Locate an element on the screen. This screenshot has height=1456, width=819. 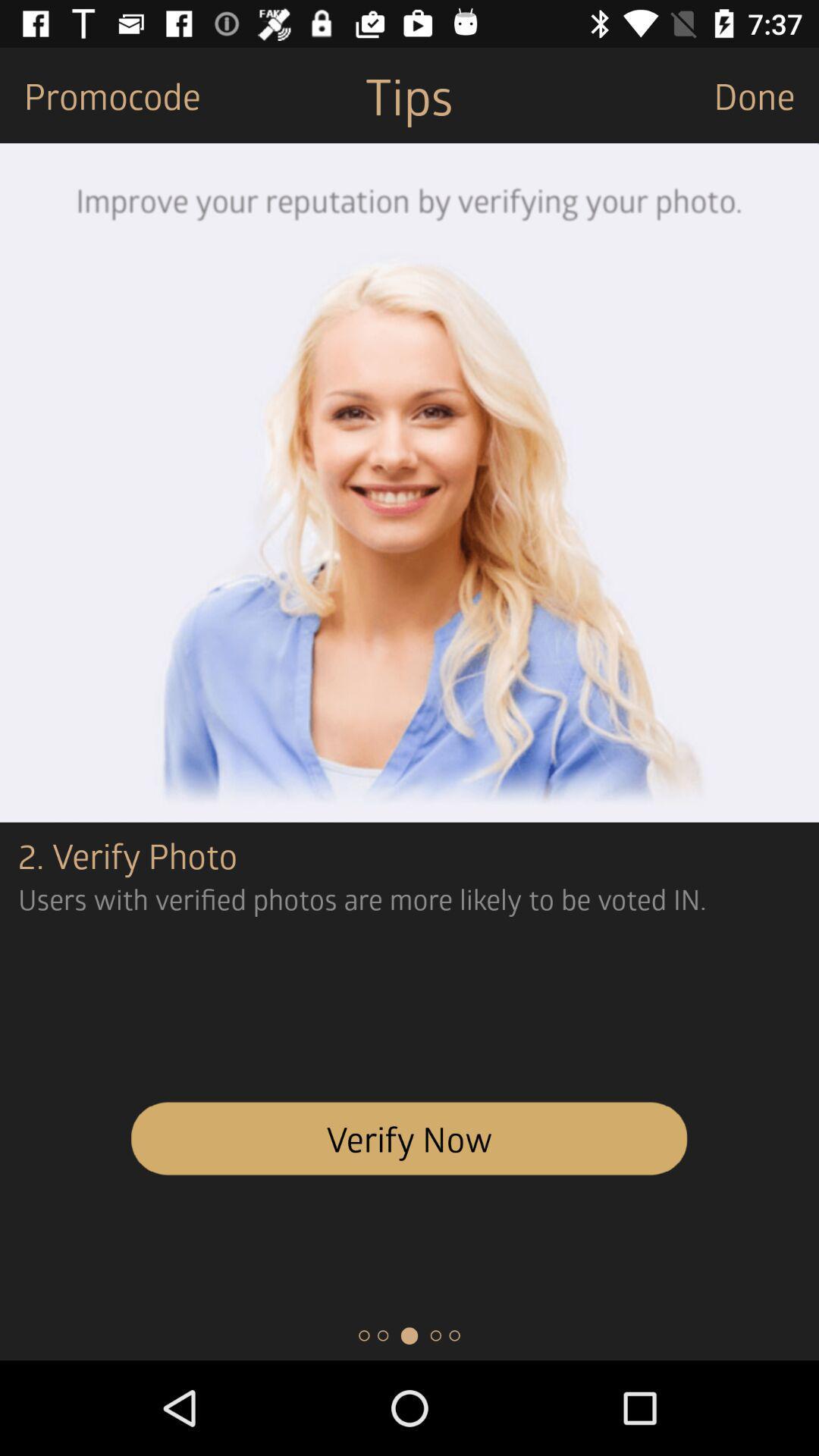
icon to the left of the done icon is located at coordinates (408, 94).